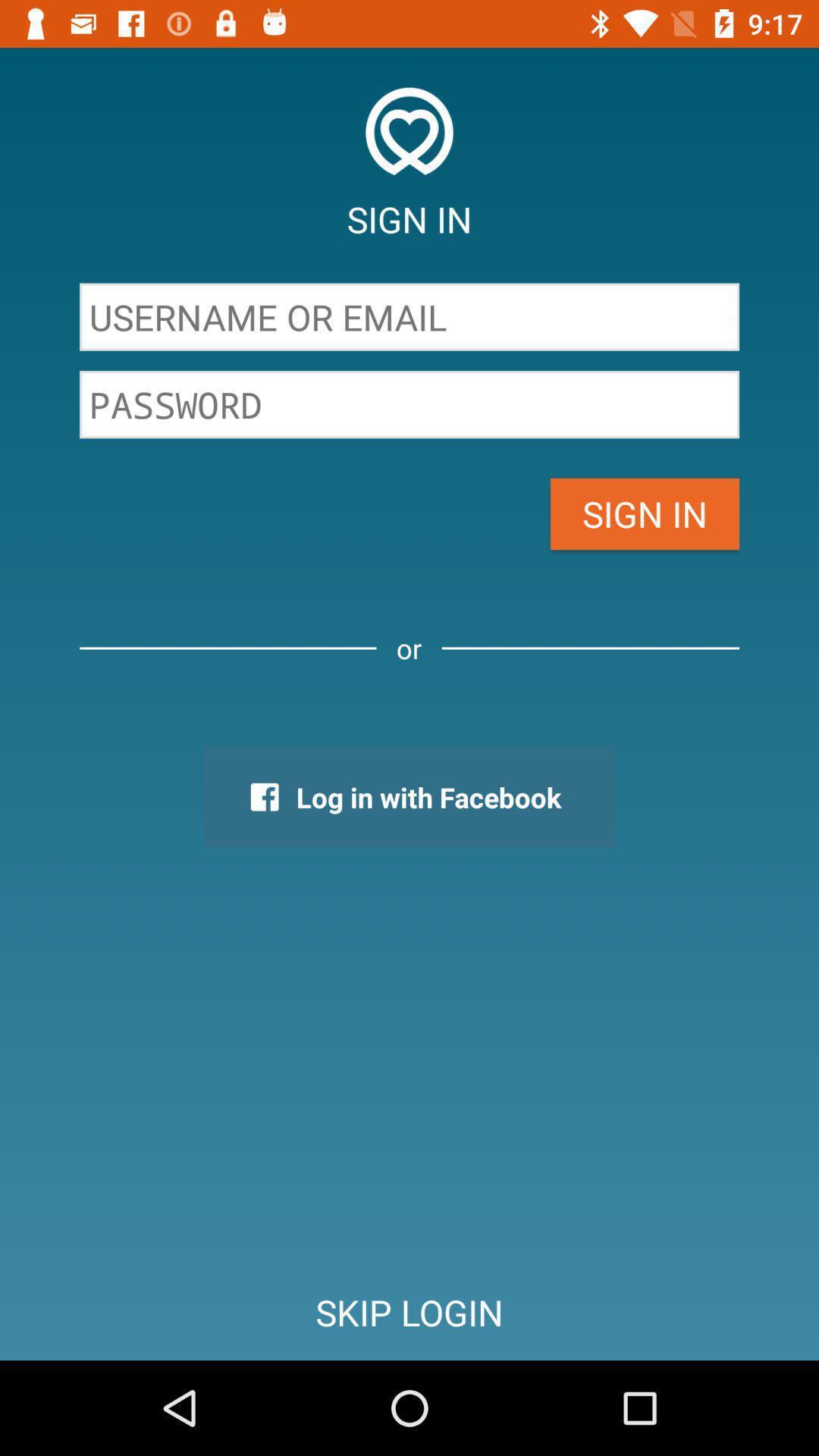 This screenshot has width=819, height=1456. What do you see at coordinates (408, 796) in the screenshot?
I see `the item below or item` at bounding box center [408, 796].